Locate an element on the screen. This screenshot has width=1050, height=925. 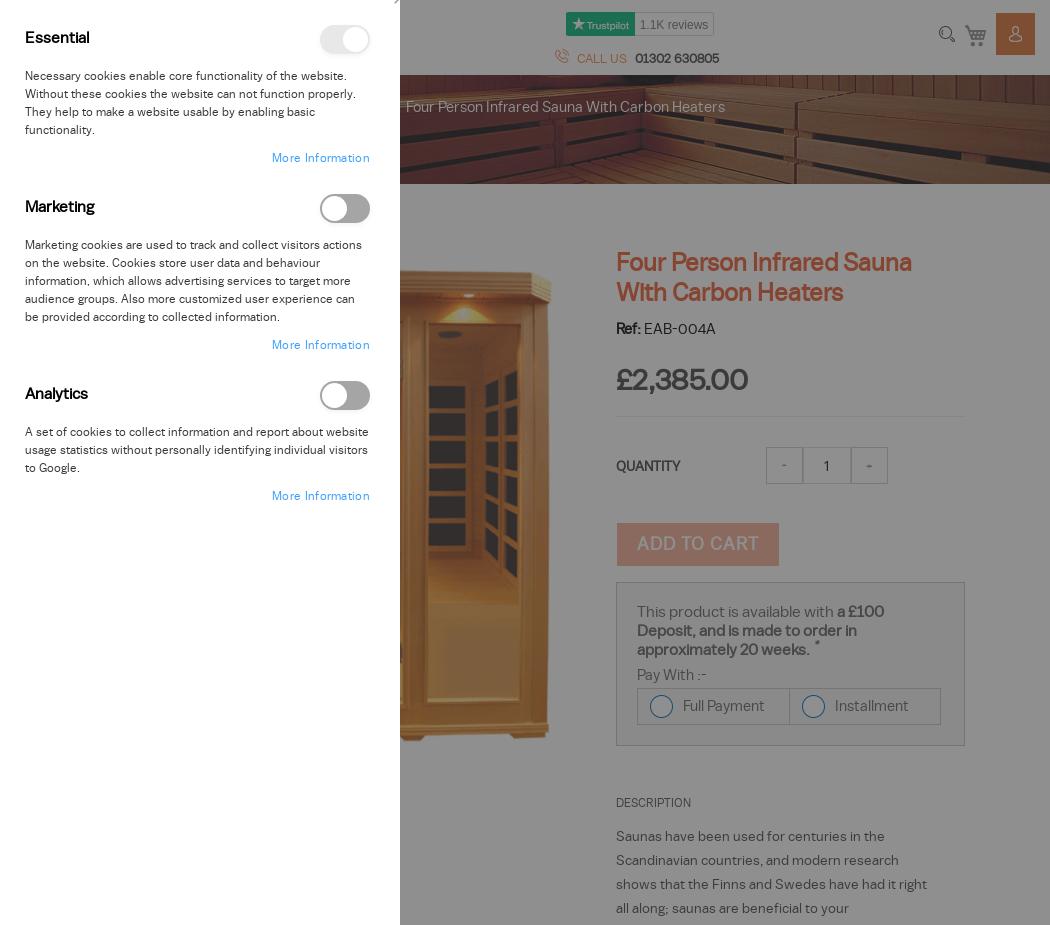
'A set of cookies to collect information and report about website usage statistics without personally identifying individual visitors to Google.' is located at coordinates (195, 449).